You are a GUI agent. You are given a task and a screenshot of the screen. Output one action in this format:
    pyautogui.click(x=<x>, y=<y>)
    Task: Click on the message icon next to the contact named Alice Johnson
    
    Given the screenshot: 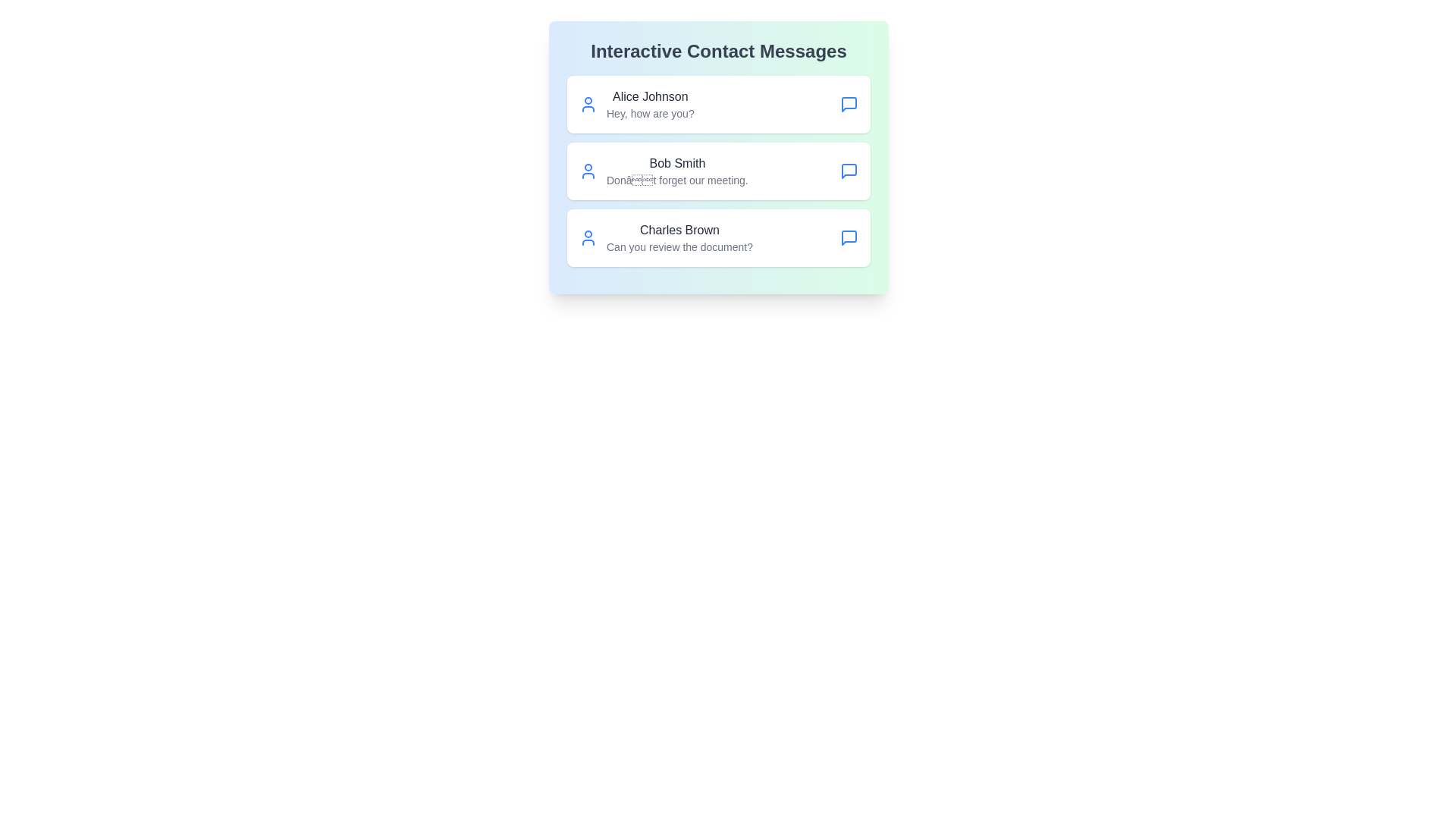 What is the action you would take?
    pyautogui.click(x=848, y=104)
    